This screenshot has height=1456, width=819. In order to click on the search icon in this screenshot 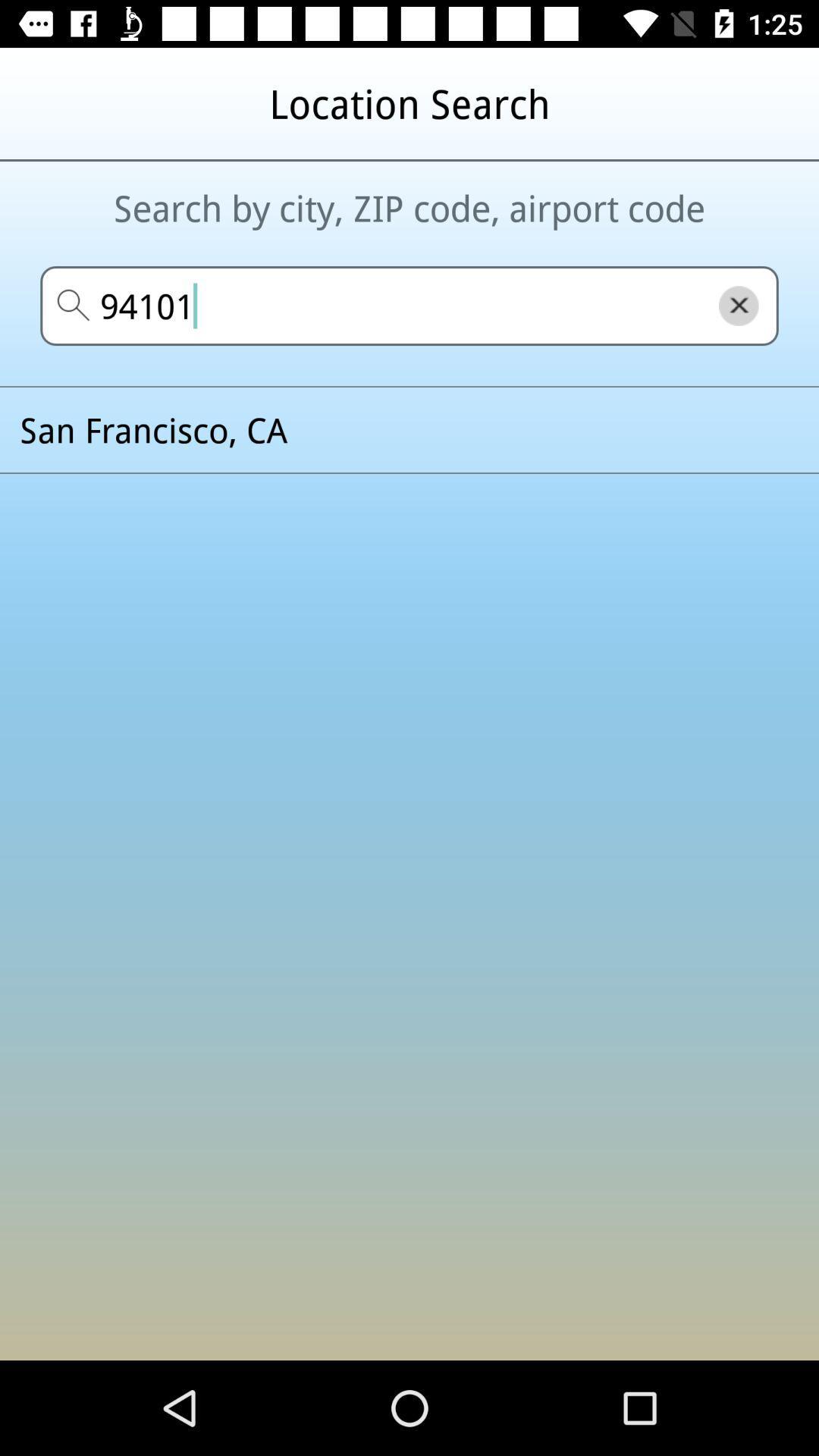, I will do `click(74, 305)`.